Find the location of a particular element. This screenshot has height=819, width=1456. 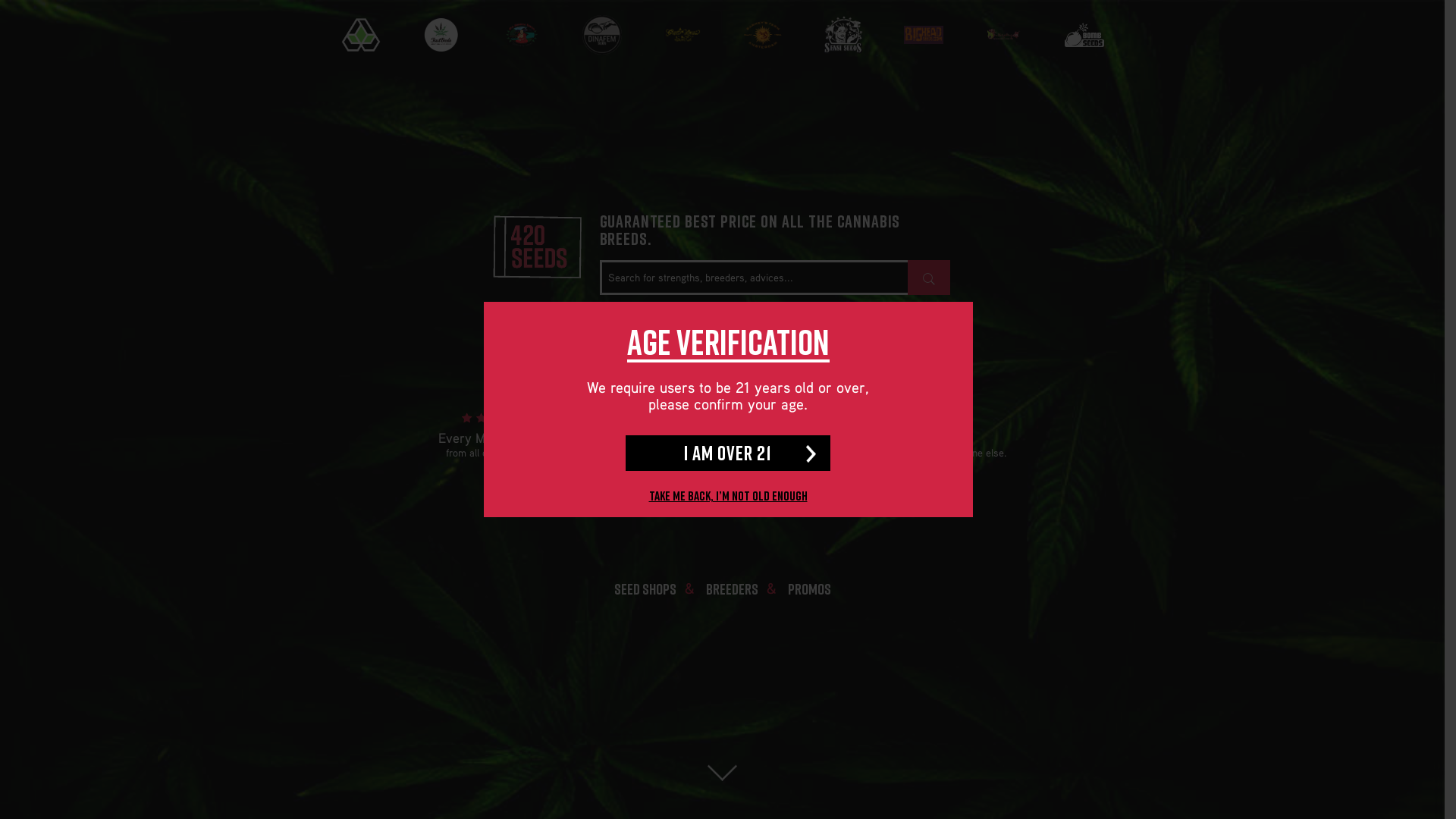

'Dinafem Seeds' is located at coordinates (562, 34).